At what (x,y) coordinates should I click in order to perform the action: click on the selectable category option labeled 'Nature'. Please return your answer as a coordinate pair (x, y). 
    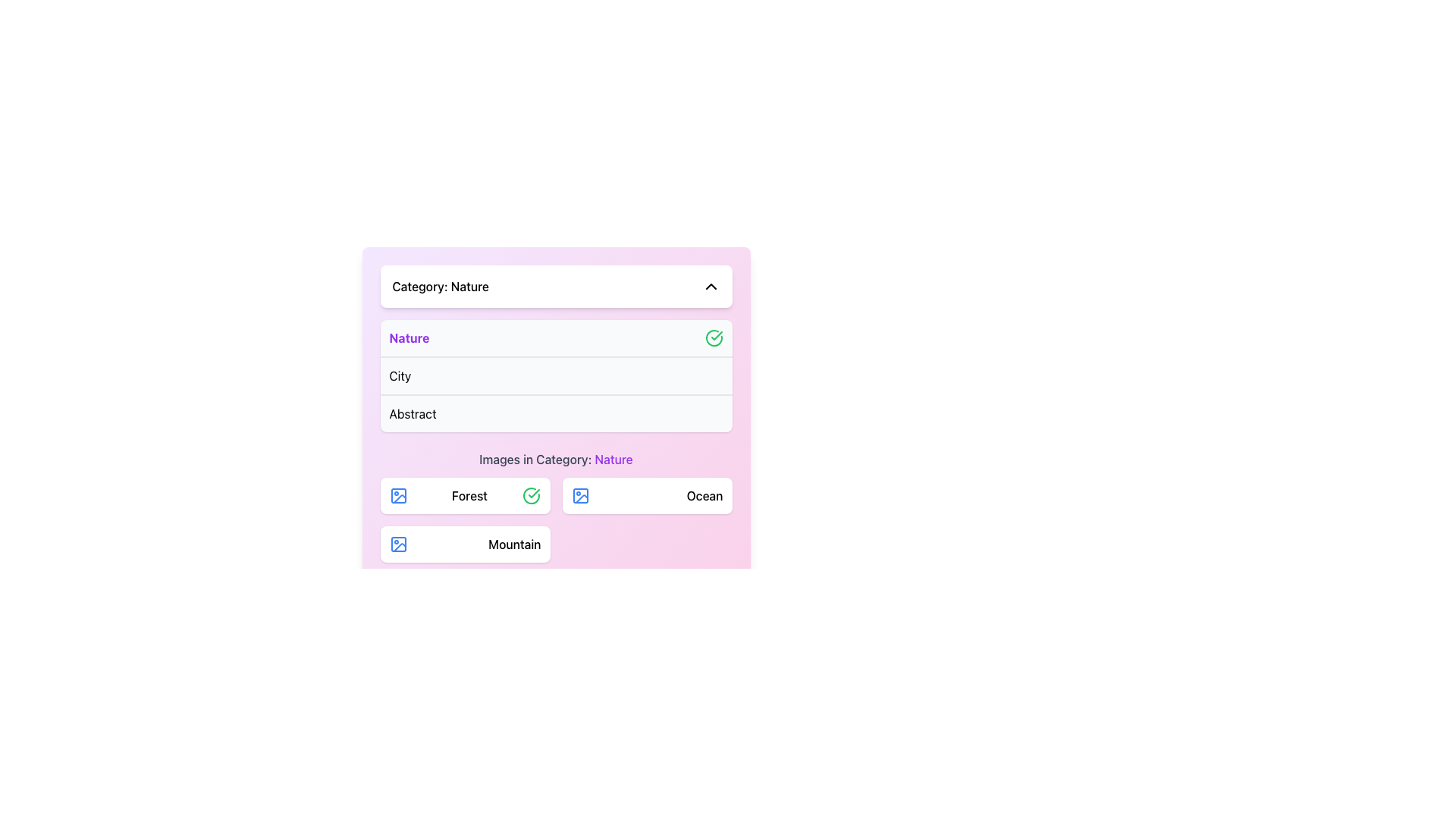
    Looking at the image, I should click on (555, 337).